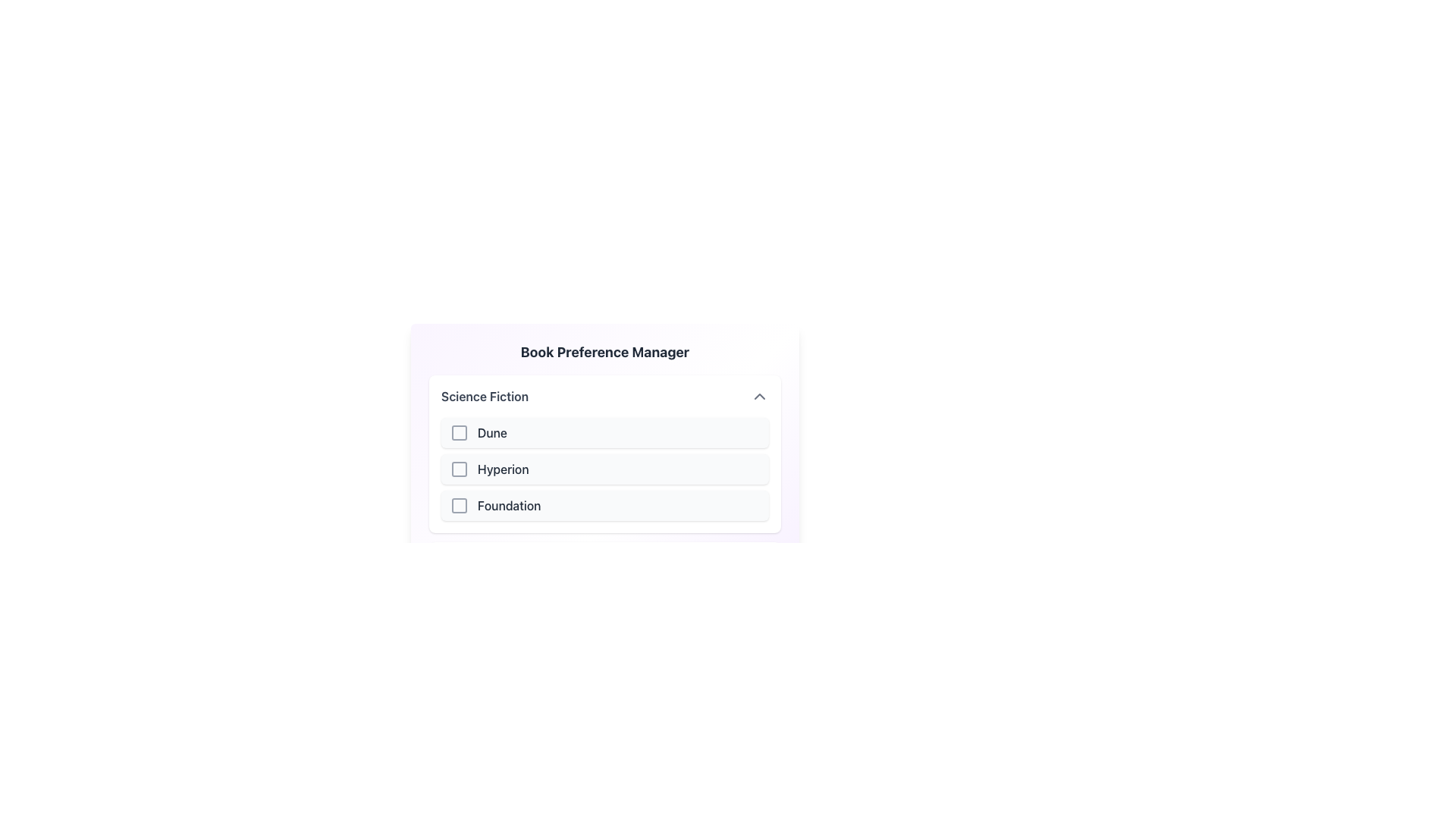 This screenshot has height=819, width=1456. Describe the element at coordinates (604, 468) in the screenshot. I see `the second selectable list item with a checkbox labeled 'Hyperion' under the 'Science Fiction' section of the 'Book Preference Manager'` at that location.